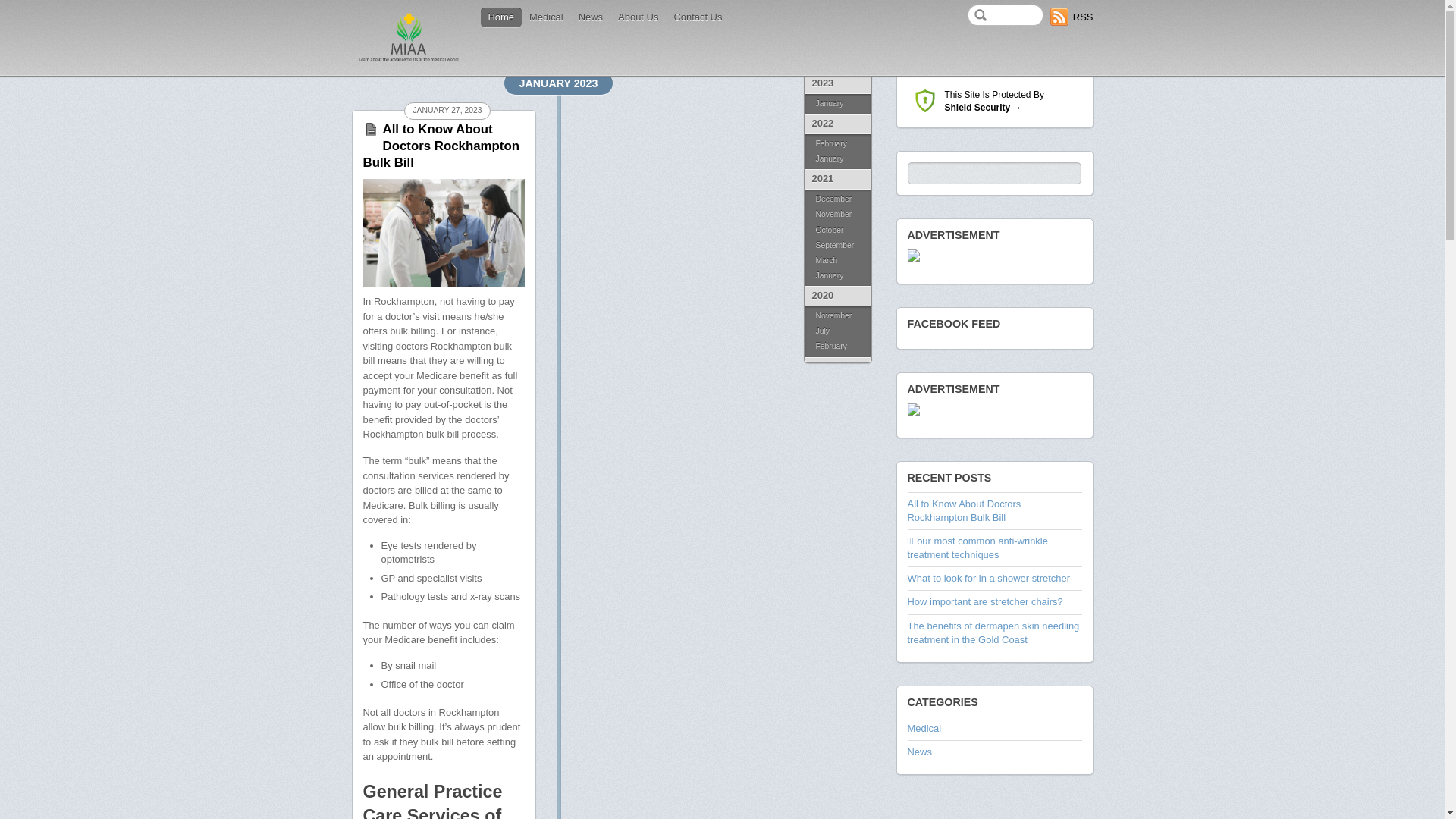 The width and height of the screenshot is (1456, 819). Describe the element at coordinates (984, 601) in the screenshot. I see `'How important are stretcher chairs?'` at that location.